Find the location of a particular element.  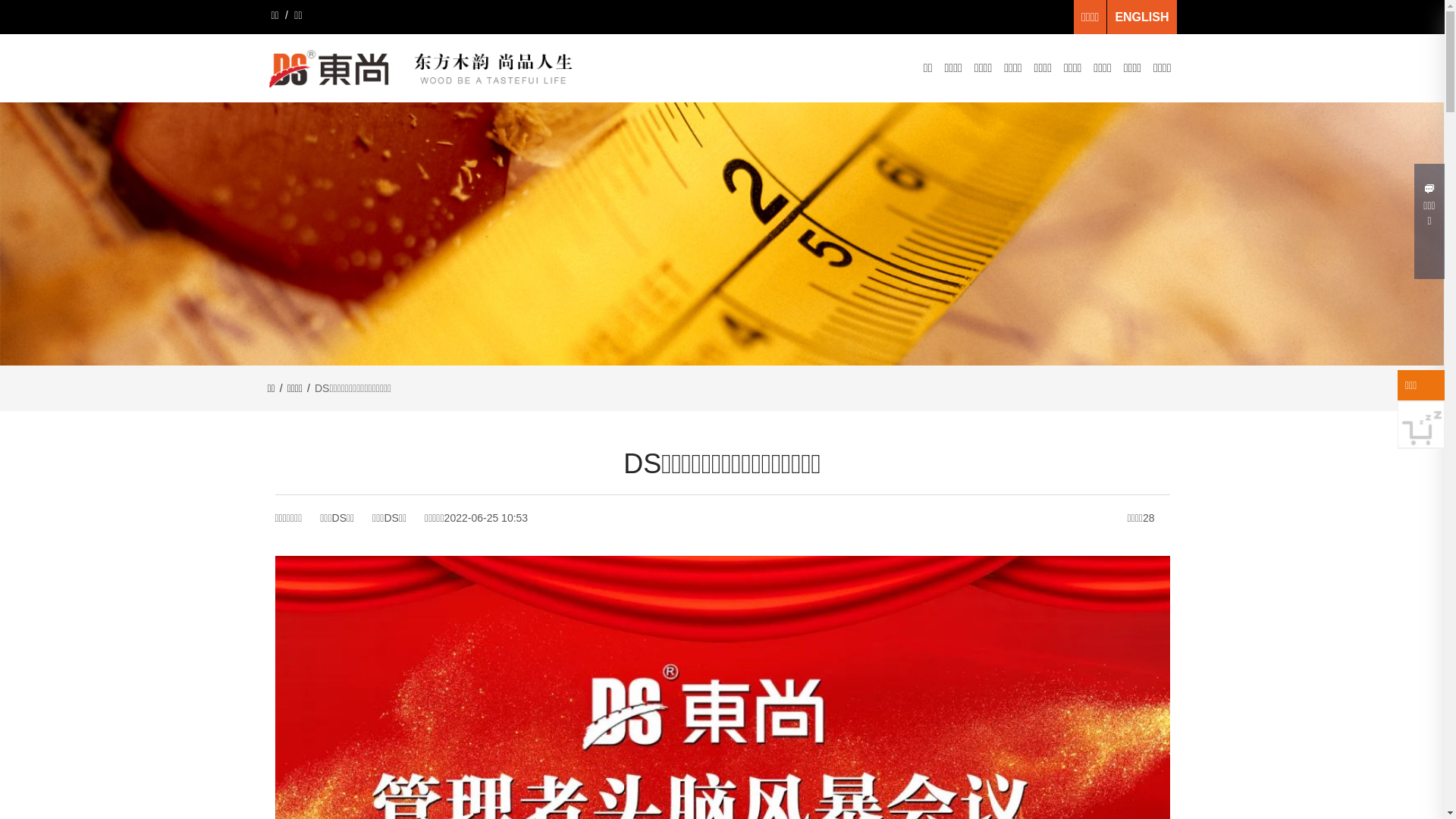

'logo' is located at coordinates (424, 68).